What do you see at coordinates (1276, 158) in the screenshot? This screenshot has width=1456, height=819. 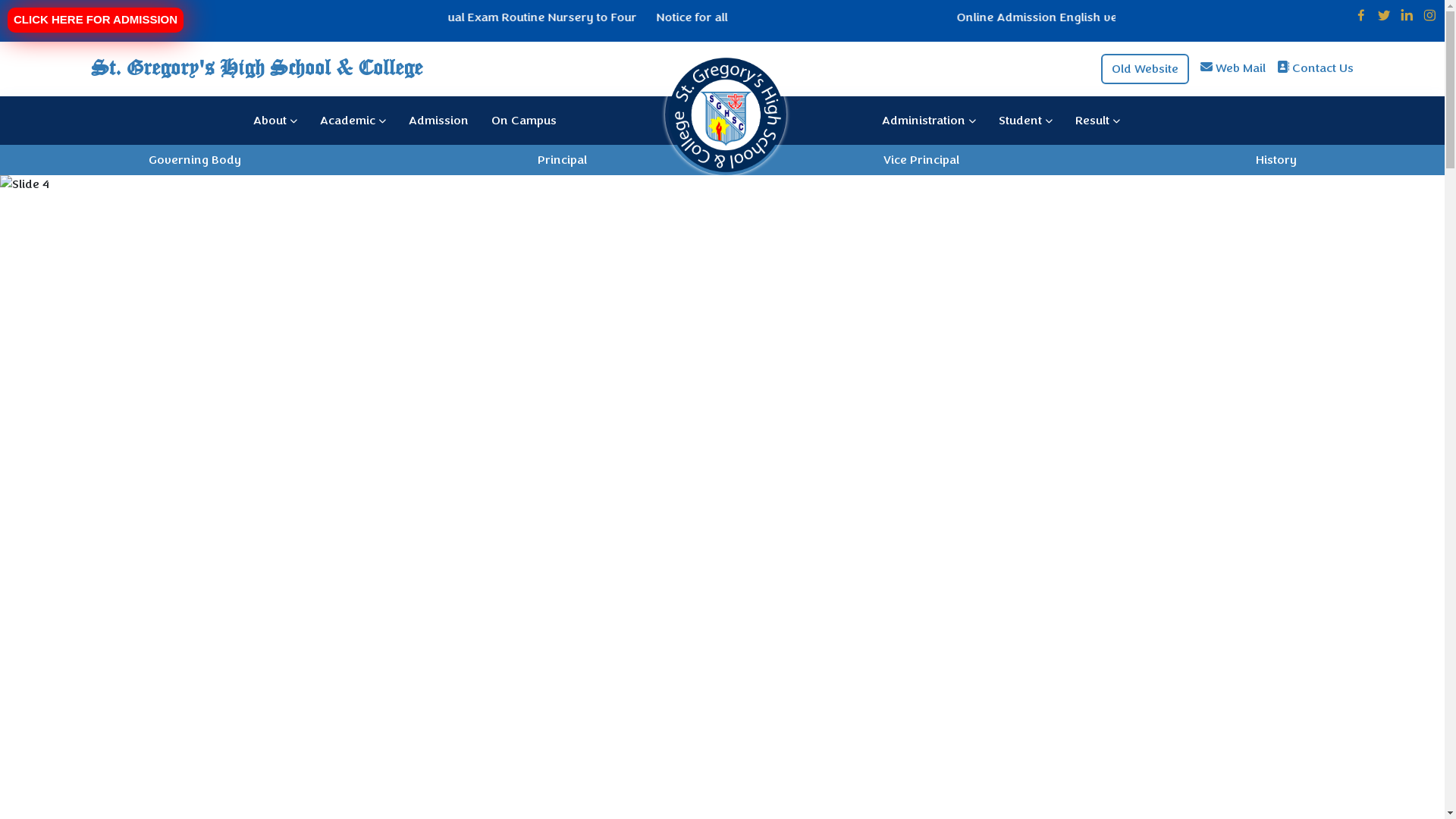 I see `'History'` at bounding box center [1276, 158].